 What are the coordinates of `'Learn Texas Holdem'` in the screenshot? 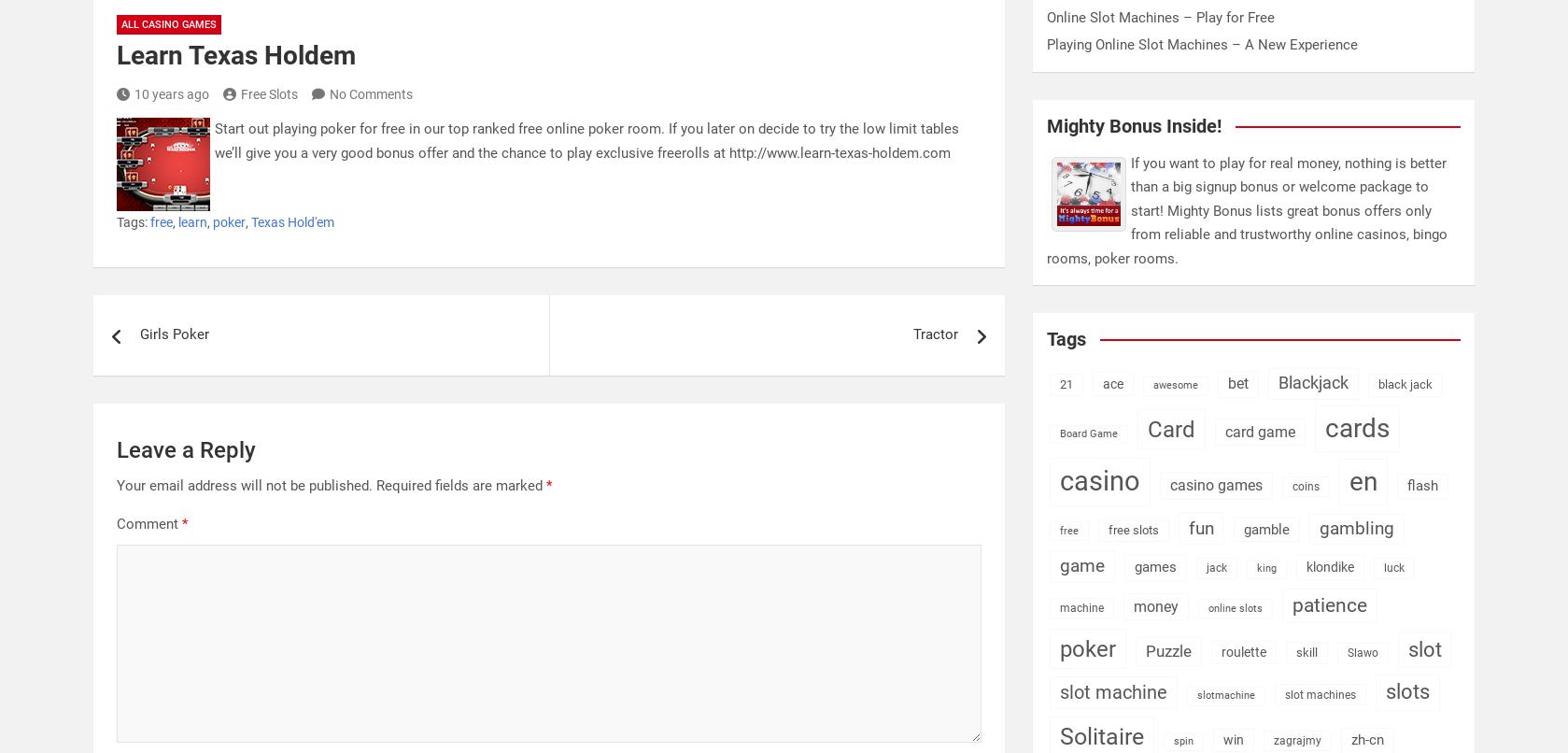 It's located at (235, 55).